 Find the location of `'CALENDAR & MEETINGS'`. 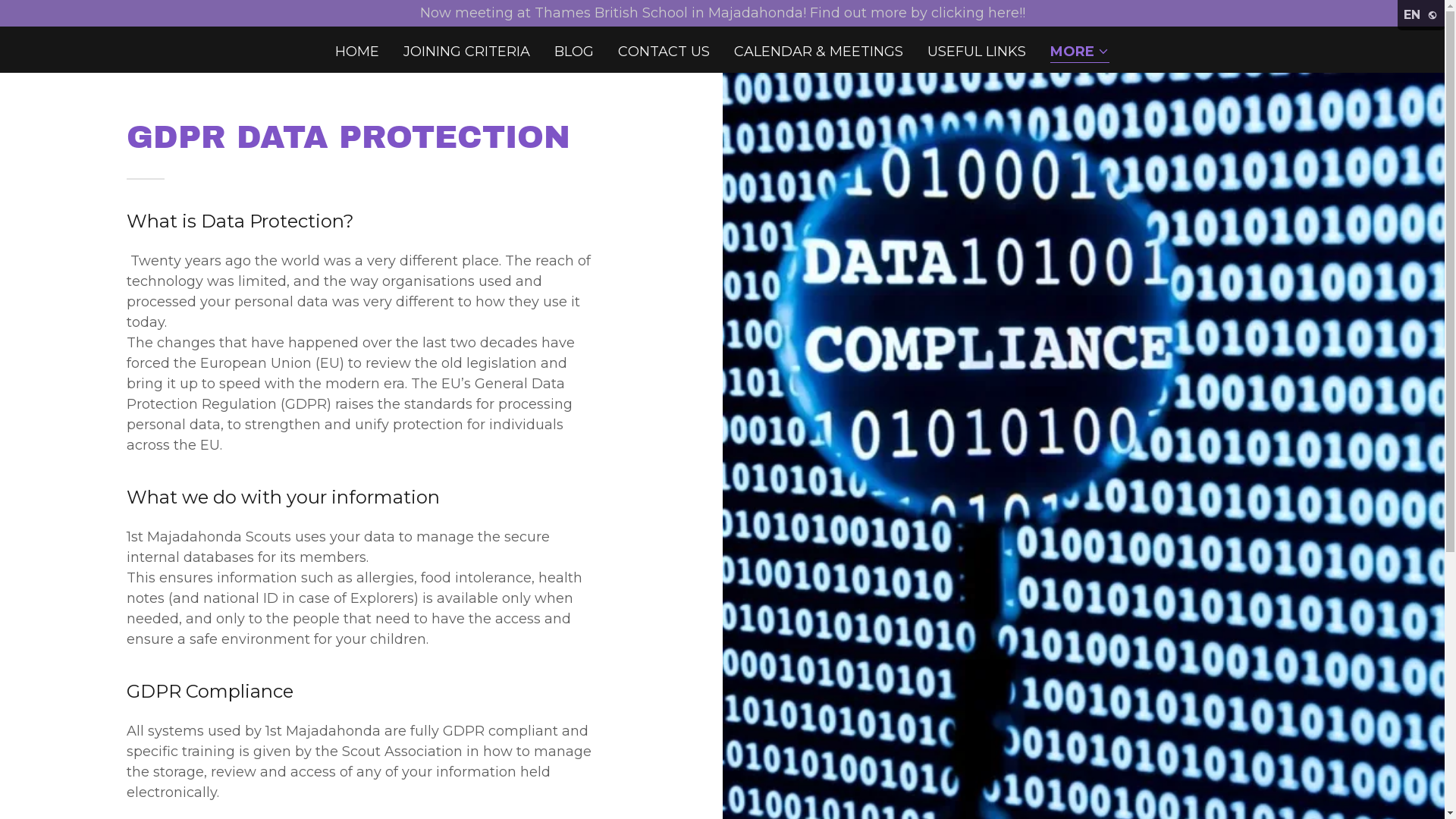

'CALENDAR & MEETINGS' is located at coordinates (817, 51).